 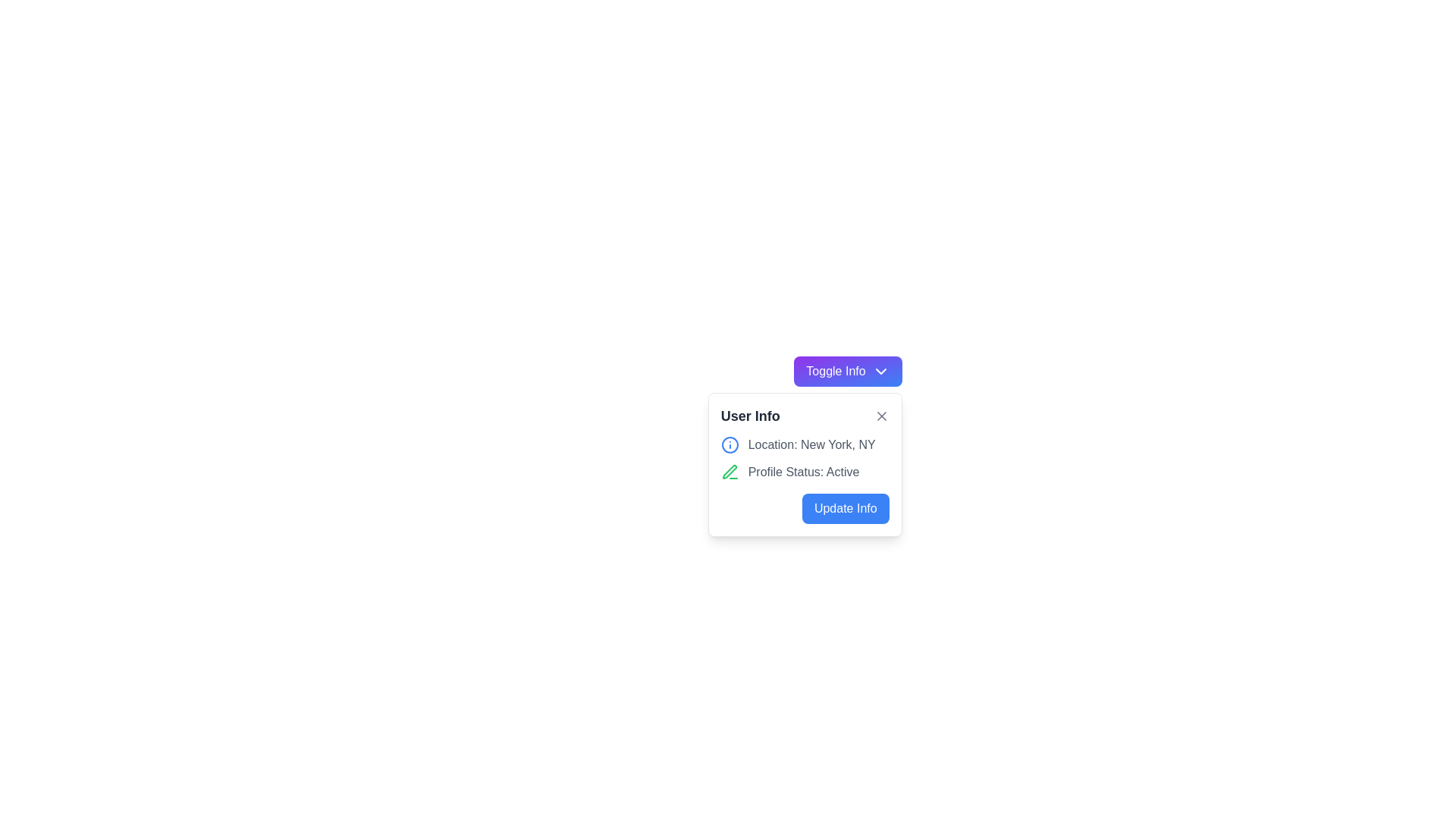 I want to click on the 'Active' status label in the 'User Info' section, which is located beneath 'Location: New York, NY' and above the 'Update Info' button, to the right of the green pen icon, so click(x=803, y=472).